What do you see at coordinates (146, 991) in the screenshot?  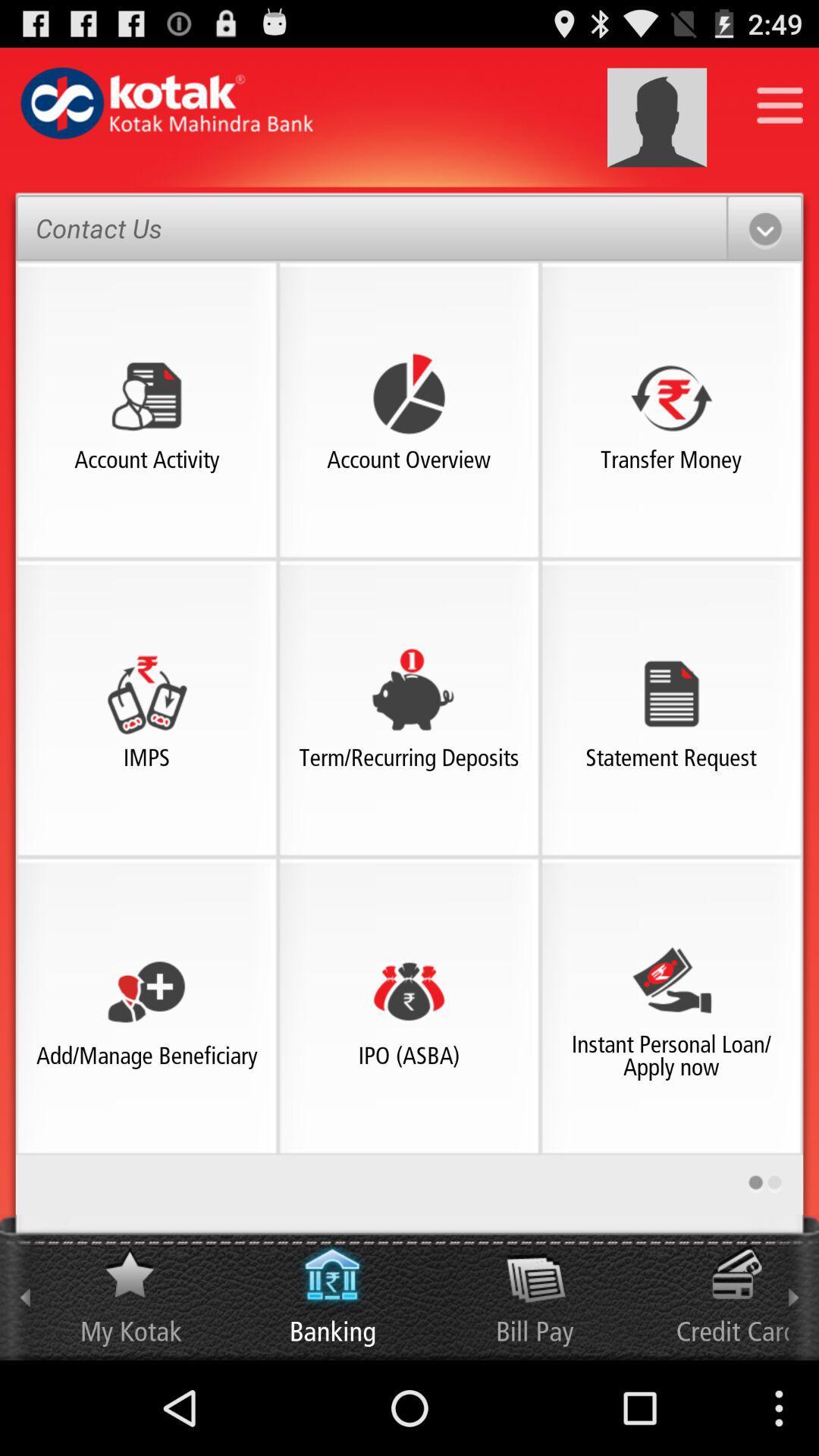 I see `the image above addmanage beneficiary` at bounding box center [146, 991].